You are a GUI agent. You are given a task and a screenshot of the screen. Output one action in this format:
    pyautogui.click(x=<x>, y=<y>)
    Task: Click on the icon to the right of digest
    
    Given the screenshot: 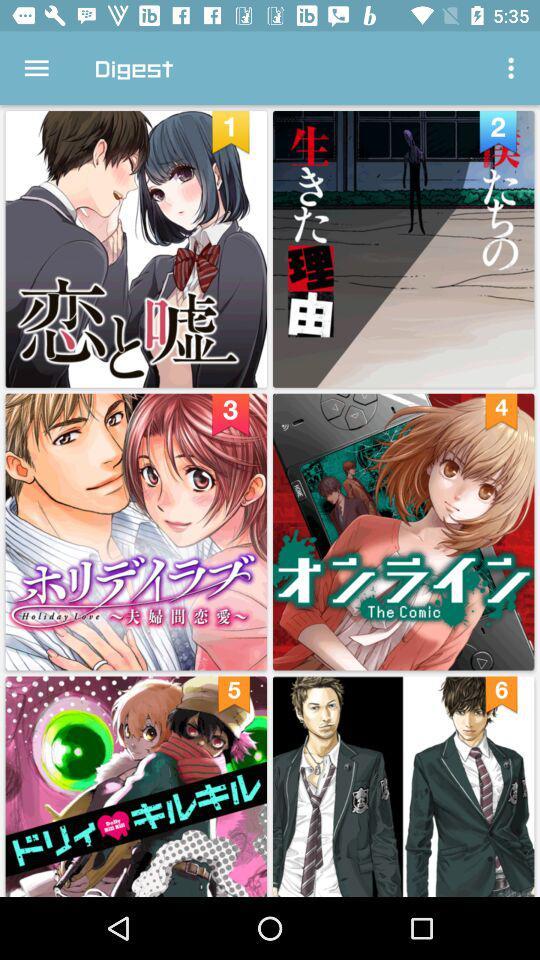 What is the action you would take?
    pyautogui.click(x=513, y=68)
    